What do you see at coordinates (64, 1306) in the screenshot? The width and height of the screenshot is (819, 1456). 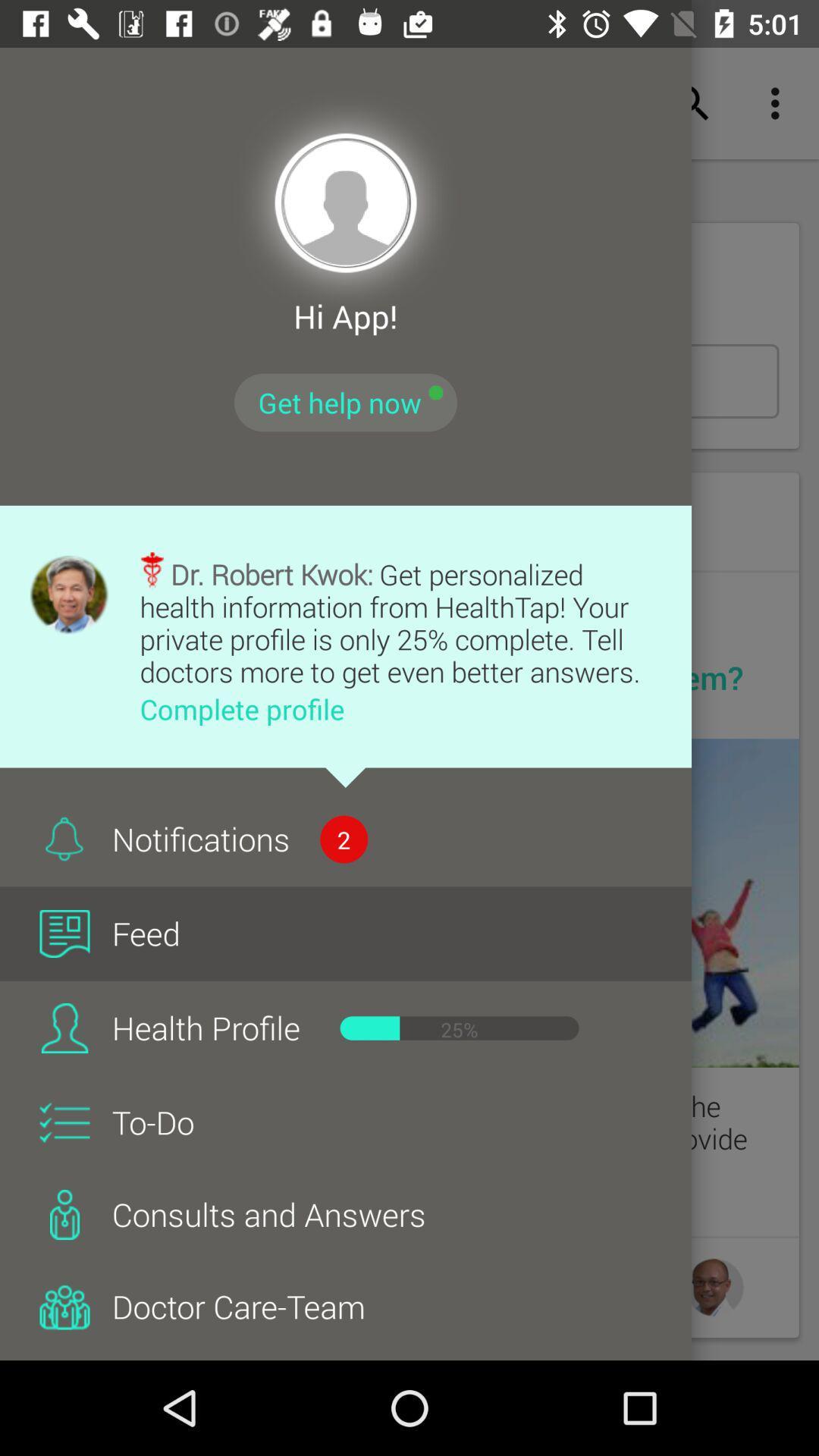 I see `icon left to doctor careteam` at bounding box center [64, 1306].